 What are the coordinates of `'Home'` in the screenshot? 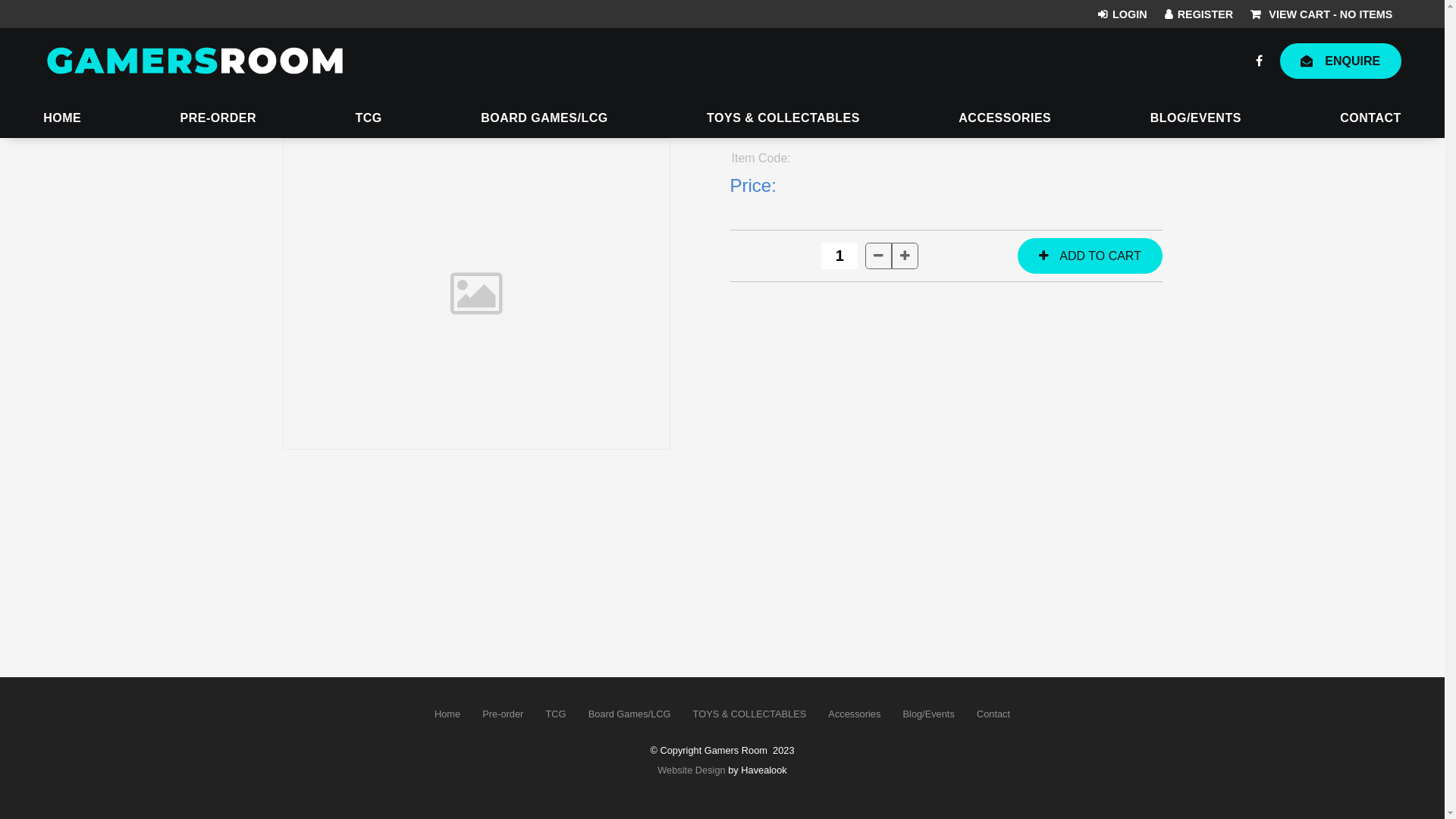 It's located at (447, 714).